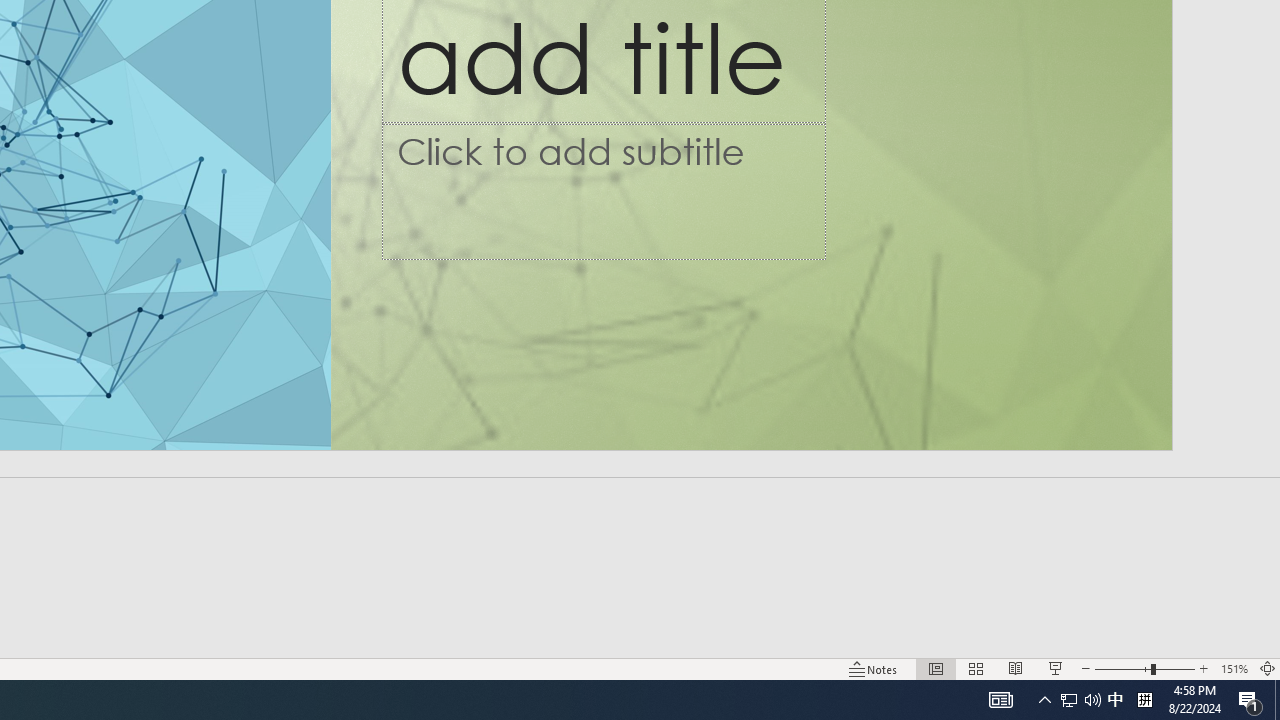  Describe the element at coordinates (1233, 669) in the screenshot. I see `'Zoom 151%'` at that location.